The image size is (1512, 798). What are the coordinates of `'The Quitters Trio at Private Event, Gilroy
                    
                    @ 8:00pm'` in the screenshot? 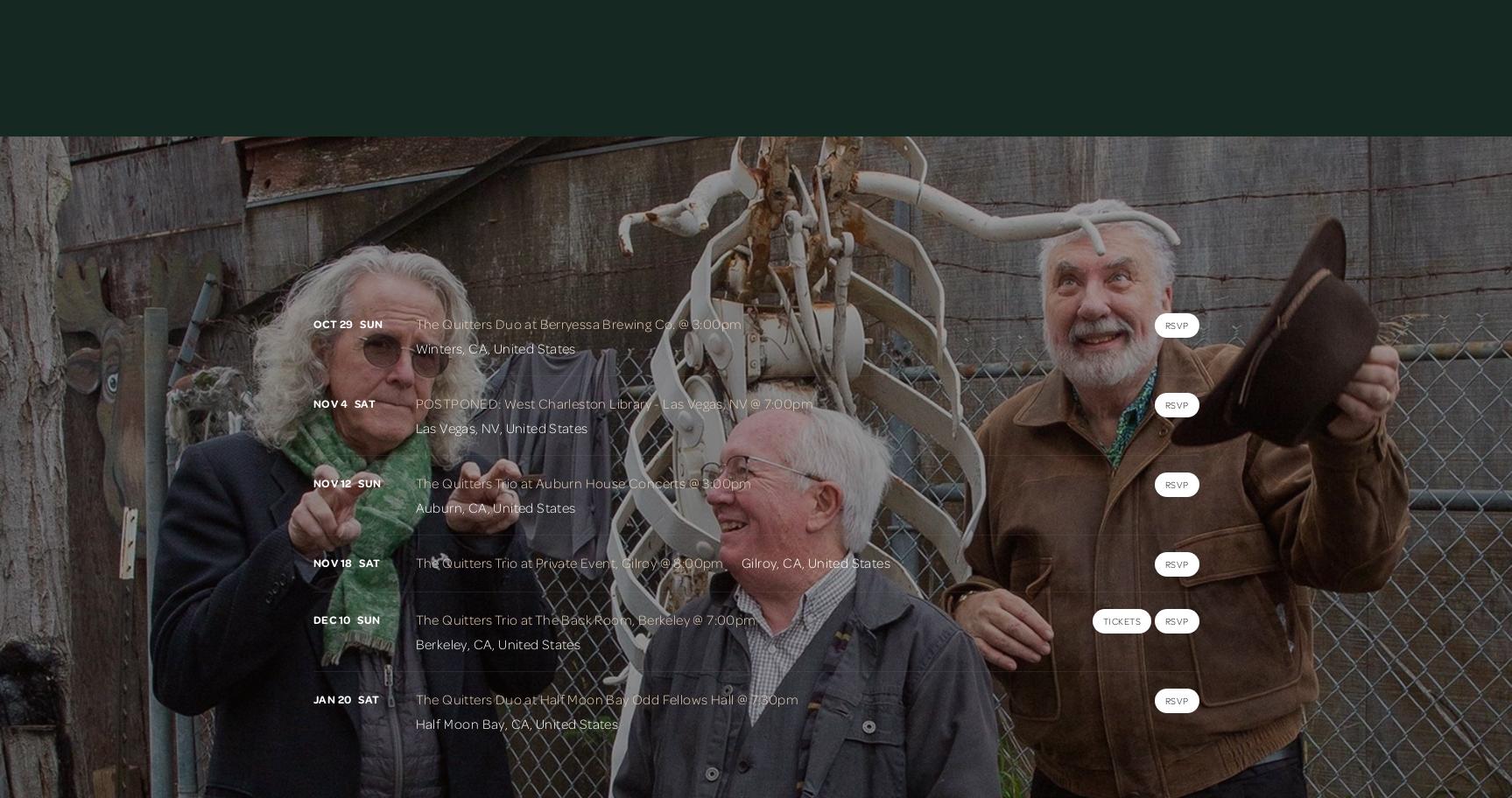 It's located at (569, 562).